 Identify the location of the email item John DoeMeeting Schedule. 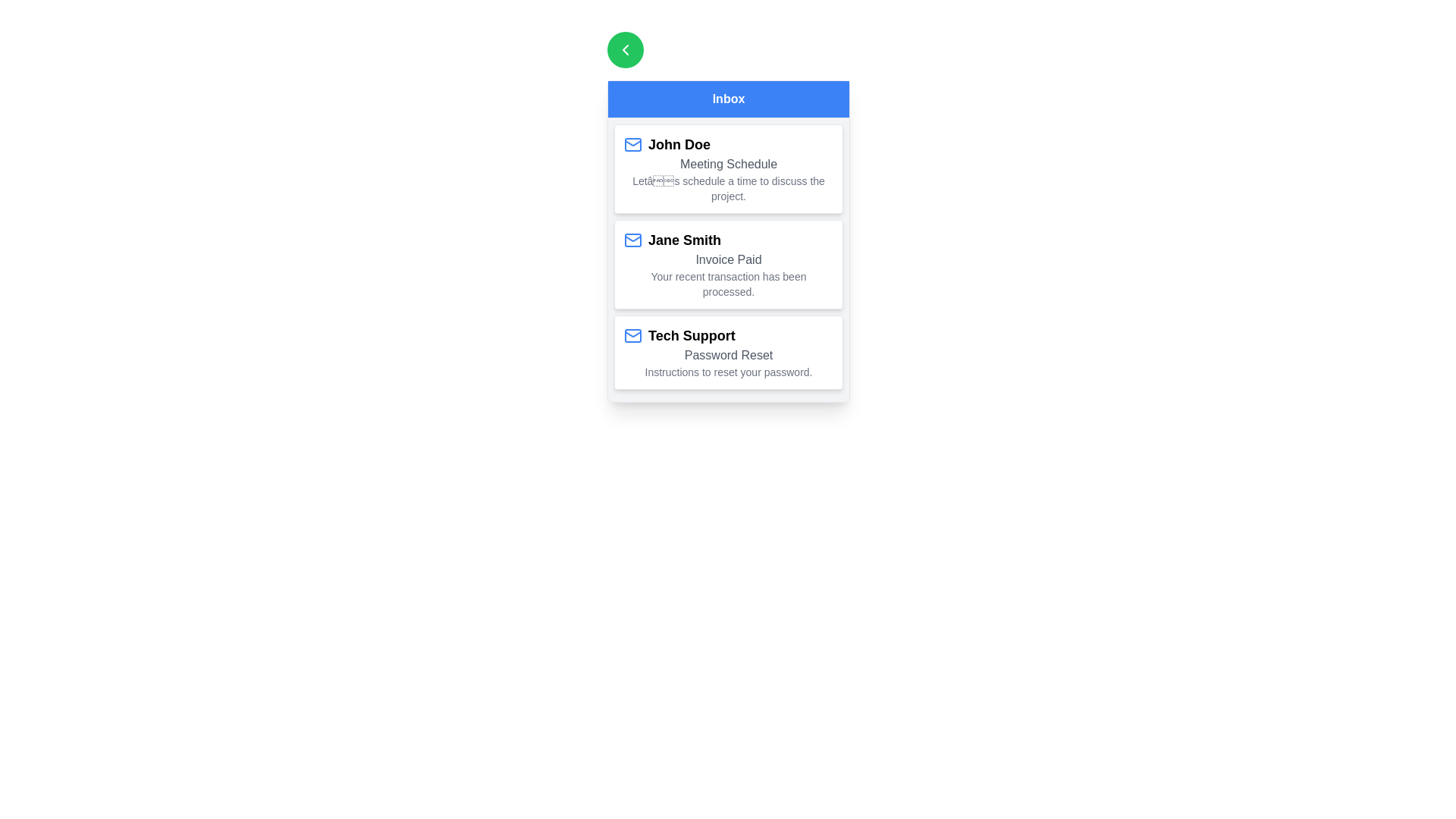
(728, 169).